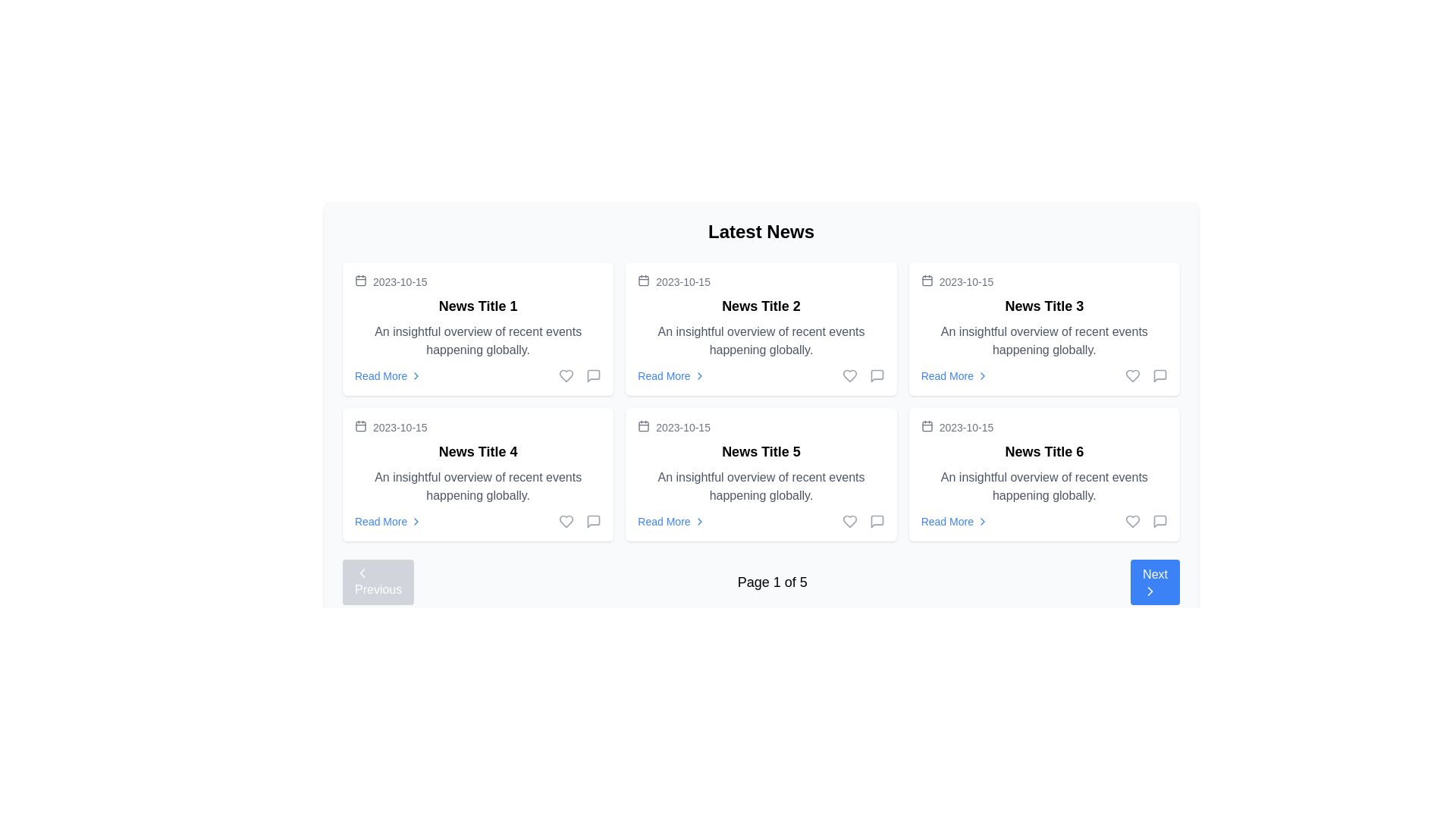  Describe the element at coordinates (416, 375) in the screenshot. I see `the rightward-pointing chevron icon that indicates the 'Read More' link` at that location.